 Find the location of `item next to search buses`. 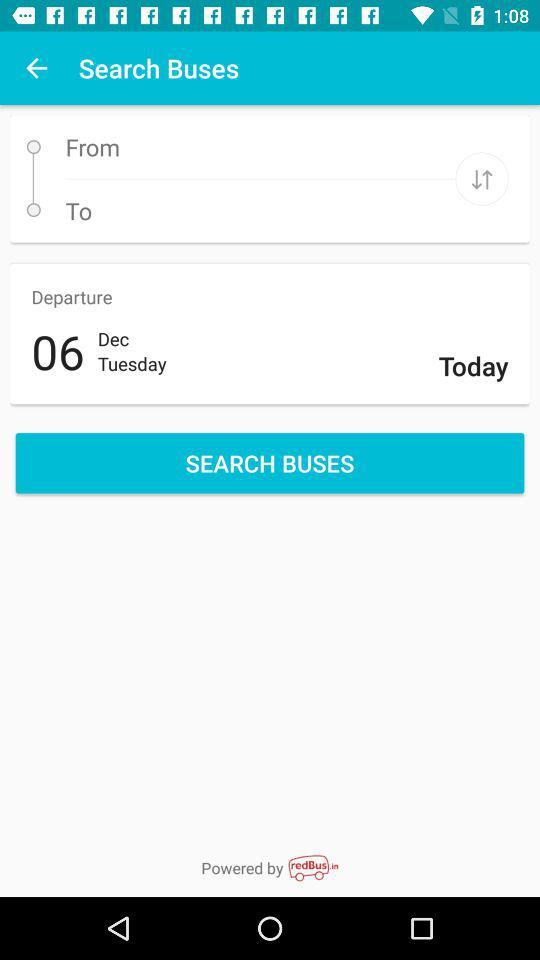

item next to search buses is located at coordinates (36, 68).